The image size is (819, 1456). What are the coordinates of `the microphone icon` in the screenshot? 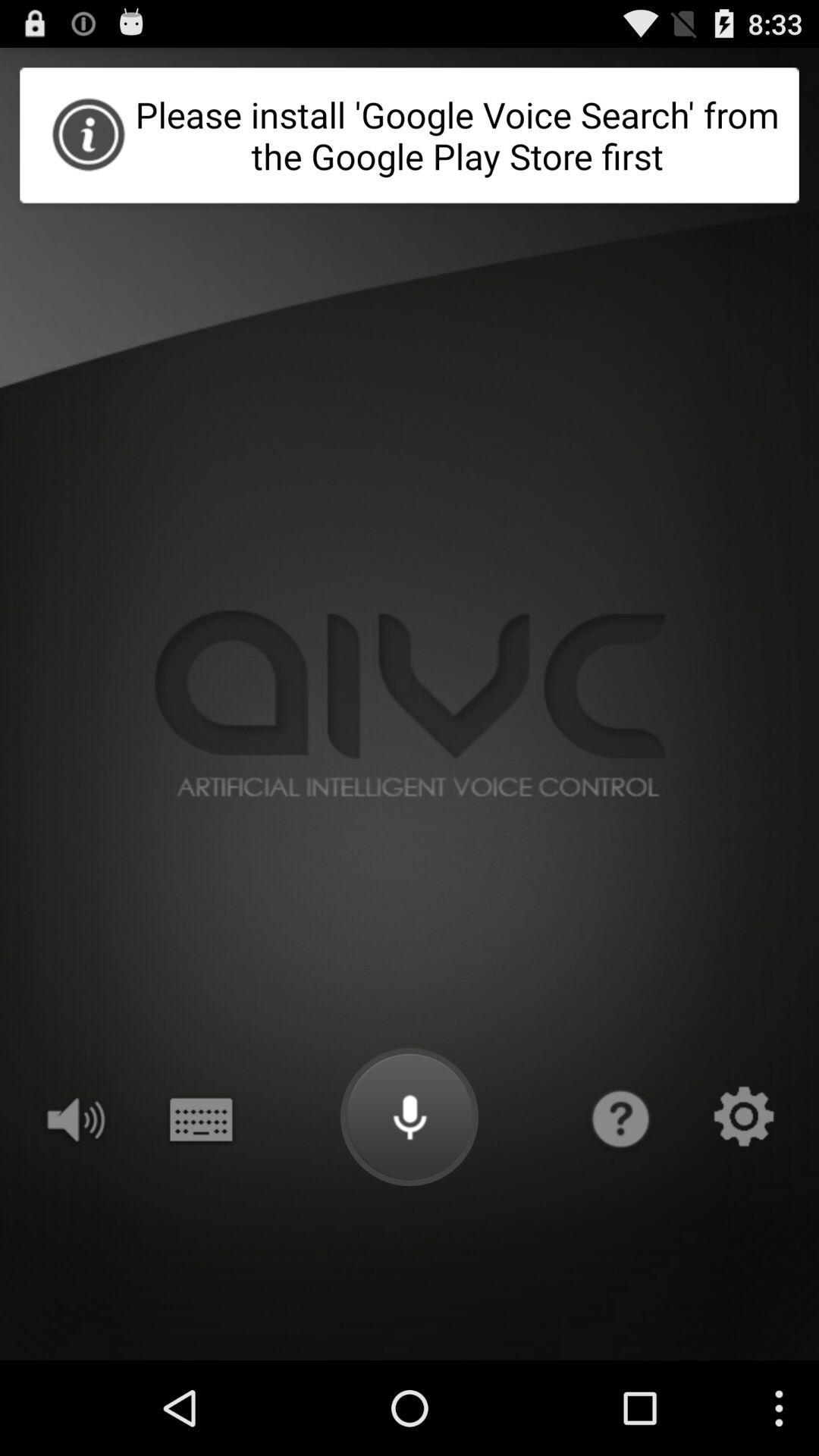 It's located at (409, 1194).